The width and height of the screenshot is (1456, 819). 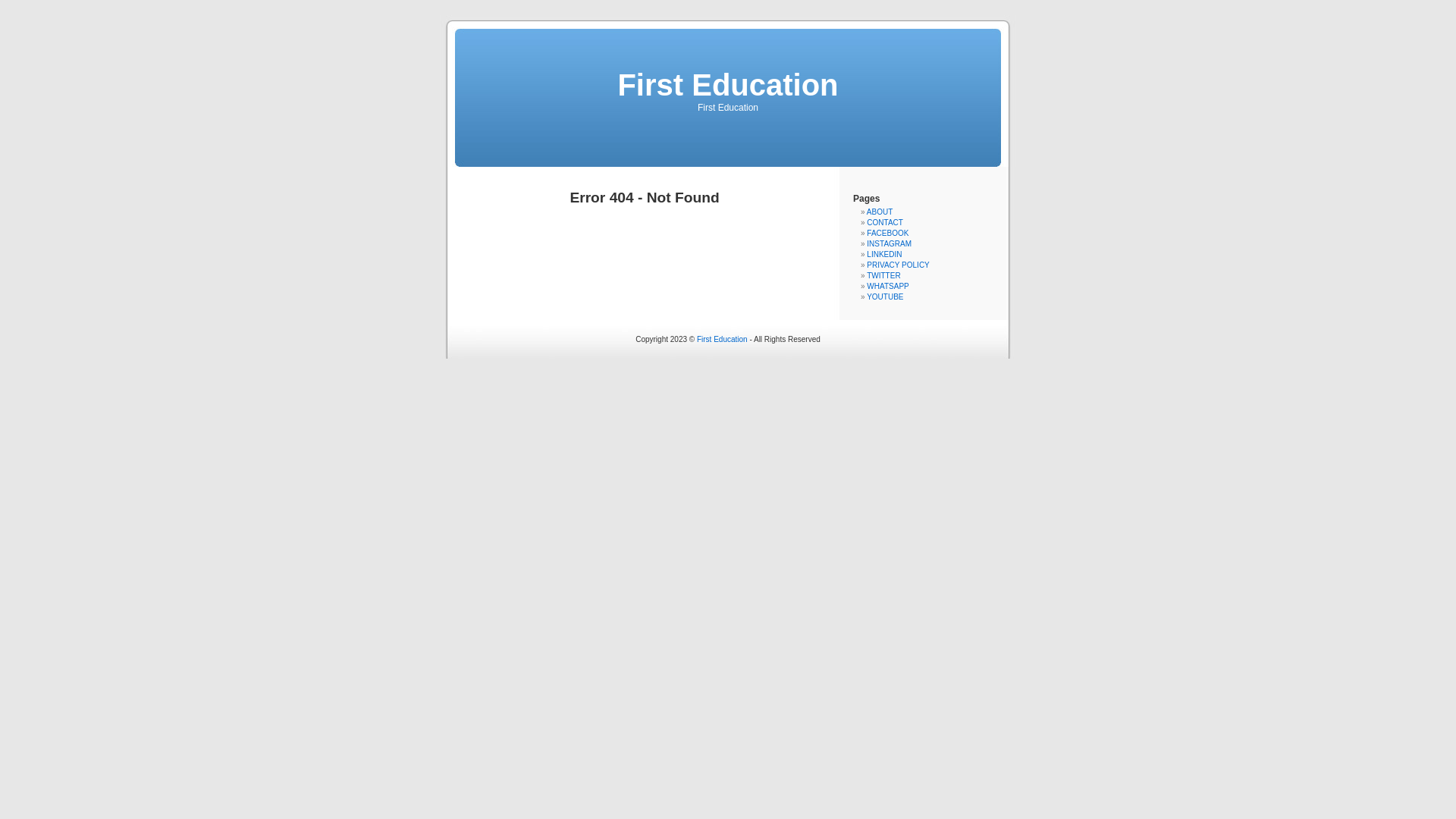 What do you see at coordinates (884, 222) in the screenshot?
I see `'CONTACT'` at bounding box center [884, 222].